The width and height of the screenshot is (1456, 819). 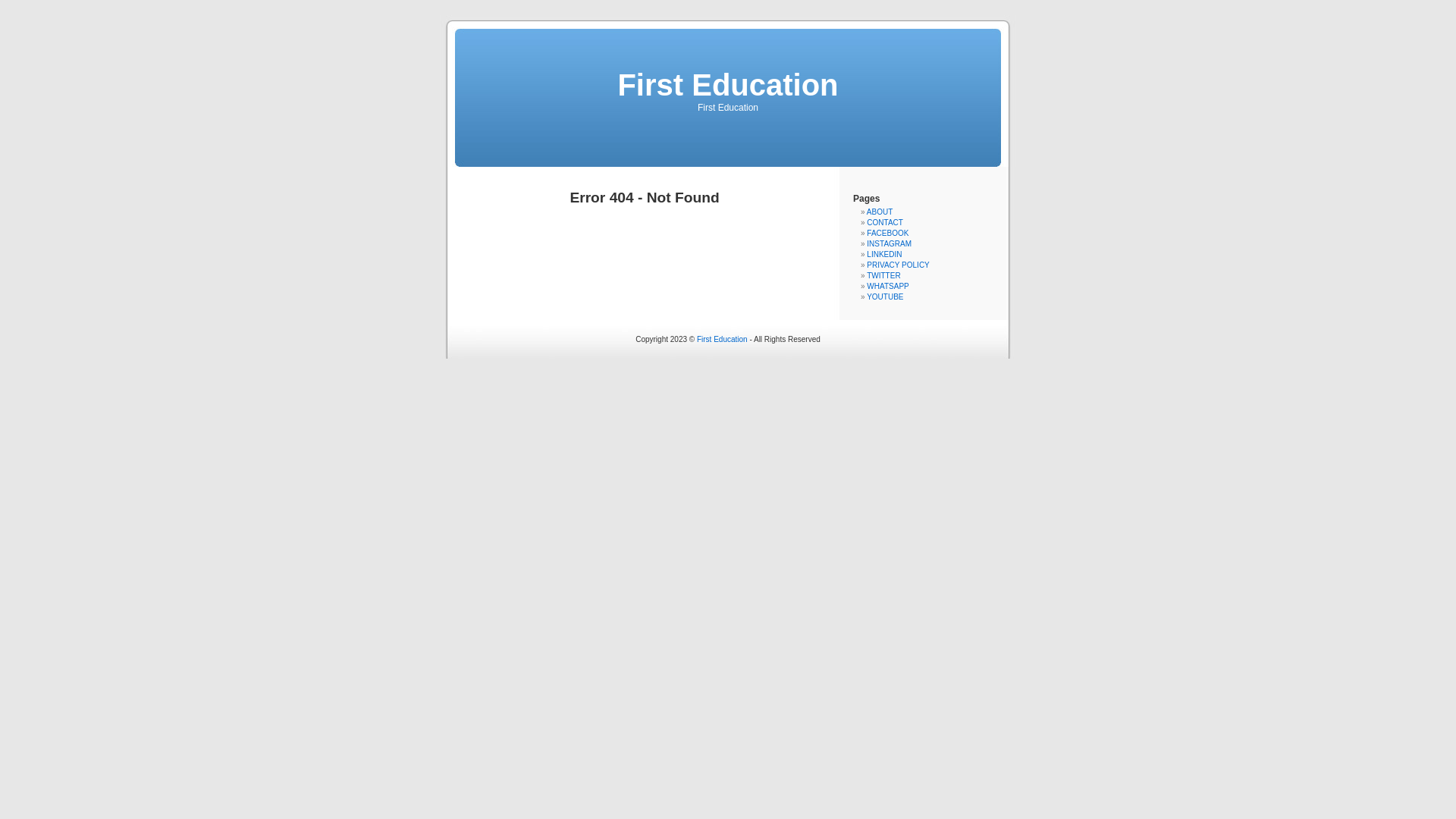 What do you see at coordinates (884, 222) in the screenshot?
I see `'CONTACT'` at bounding box center [884, 222].